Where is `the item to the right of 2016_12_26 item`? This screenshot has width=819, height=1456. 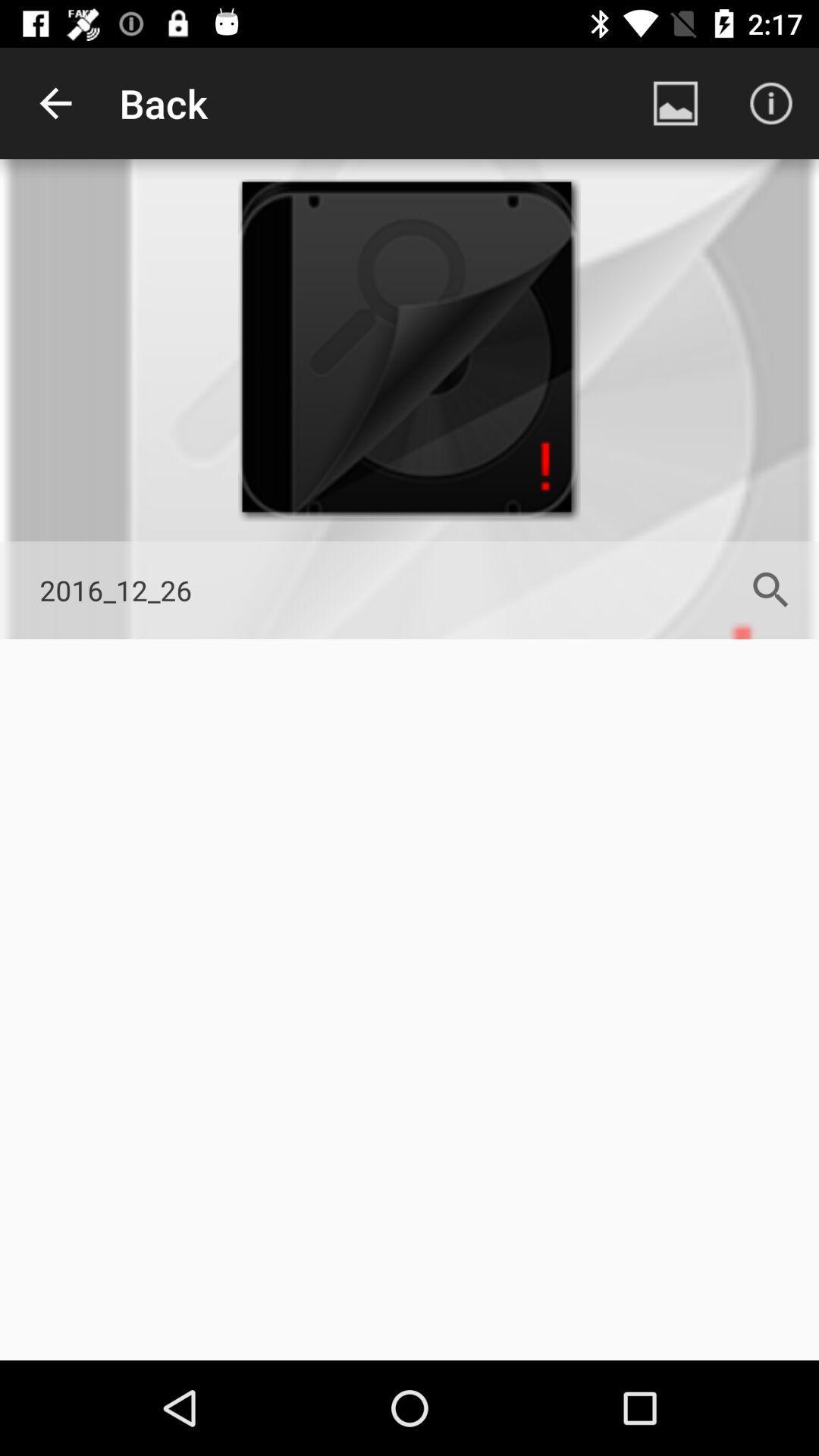 the item to the right of 2016_12_26 item is located at coordinates (771, 589).